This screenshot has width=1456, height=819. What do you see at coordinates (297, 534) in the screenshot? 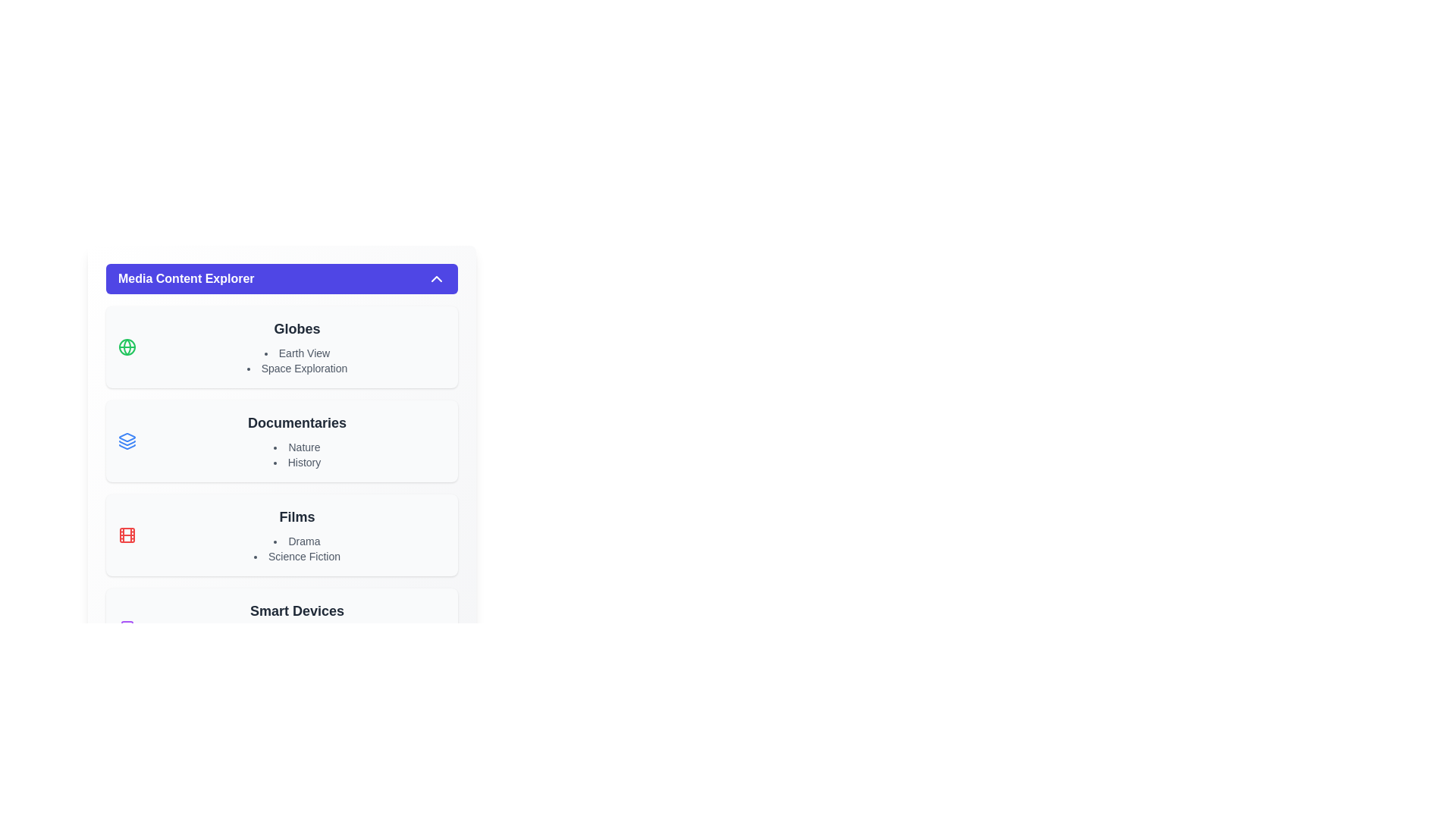
I see `the 'Drama' list item, which is the first bullet point under the 'Films' category in the structured listing` at bounding box center [297, 534].